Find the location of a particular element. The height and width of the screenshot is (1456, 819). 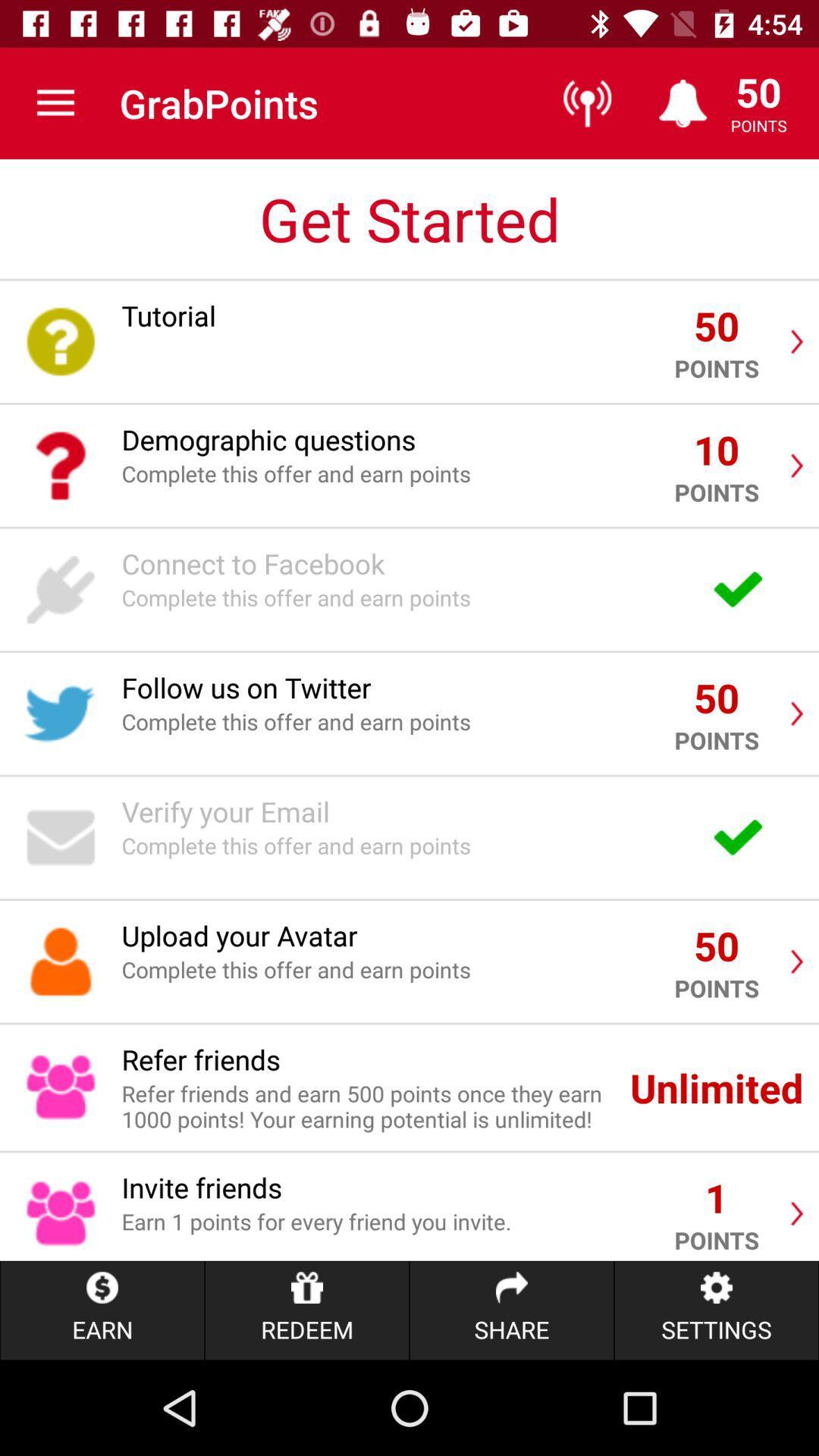

item below points item is located at coordinates (717, 1310).